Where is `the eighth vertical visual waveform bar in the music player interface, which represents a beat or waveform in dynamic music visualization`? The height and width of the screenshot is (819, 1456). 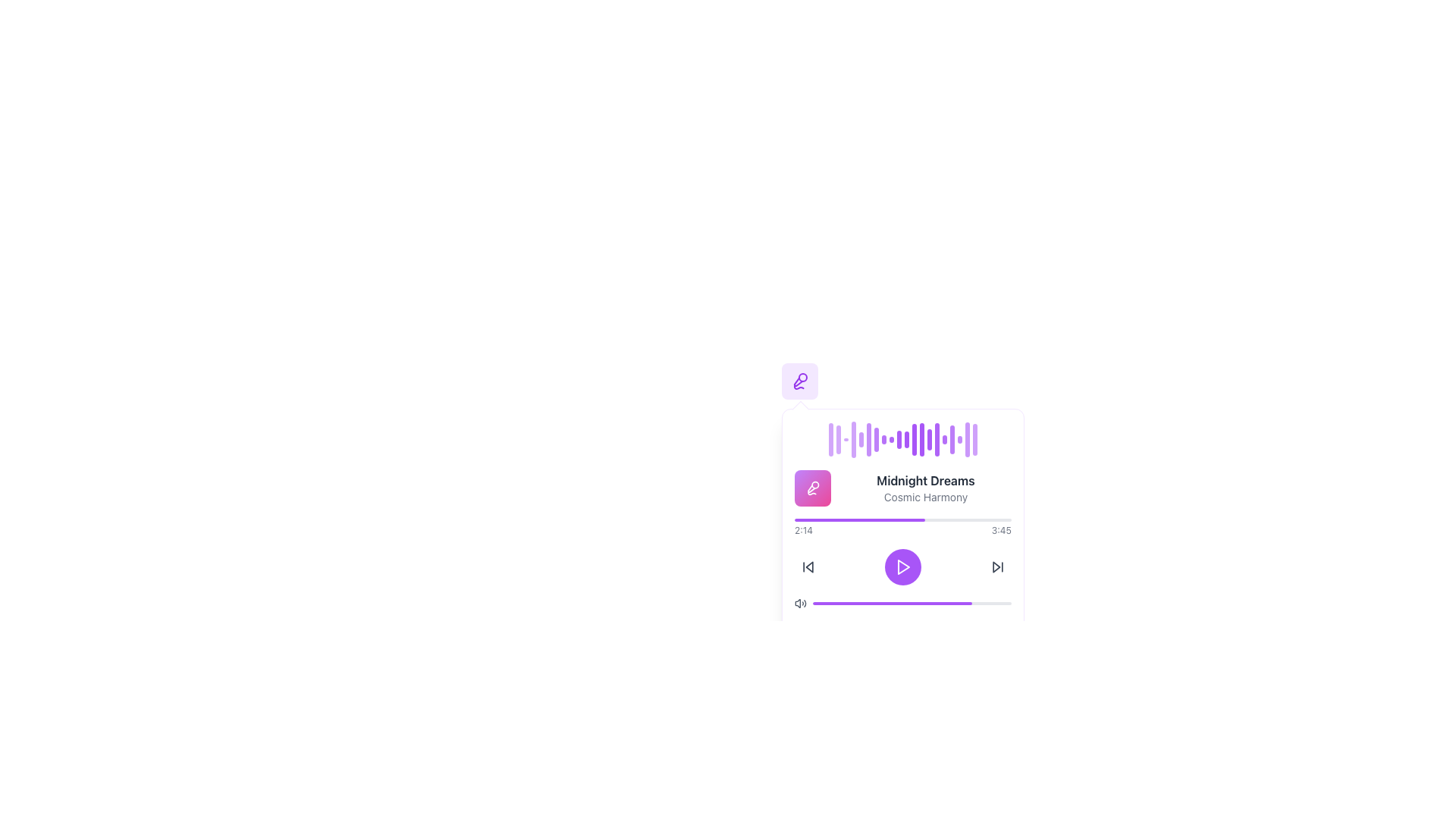
the eighth vertical visual waveform bar in the music player interface, which represents a beat or waveform in dynamic music visualization is located at coordinates (884, 439).